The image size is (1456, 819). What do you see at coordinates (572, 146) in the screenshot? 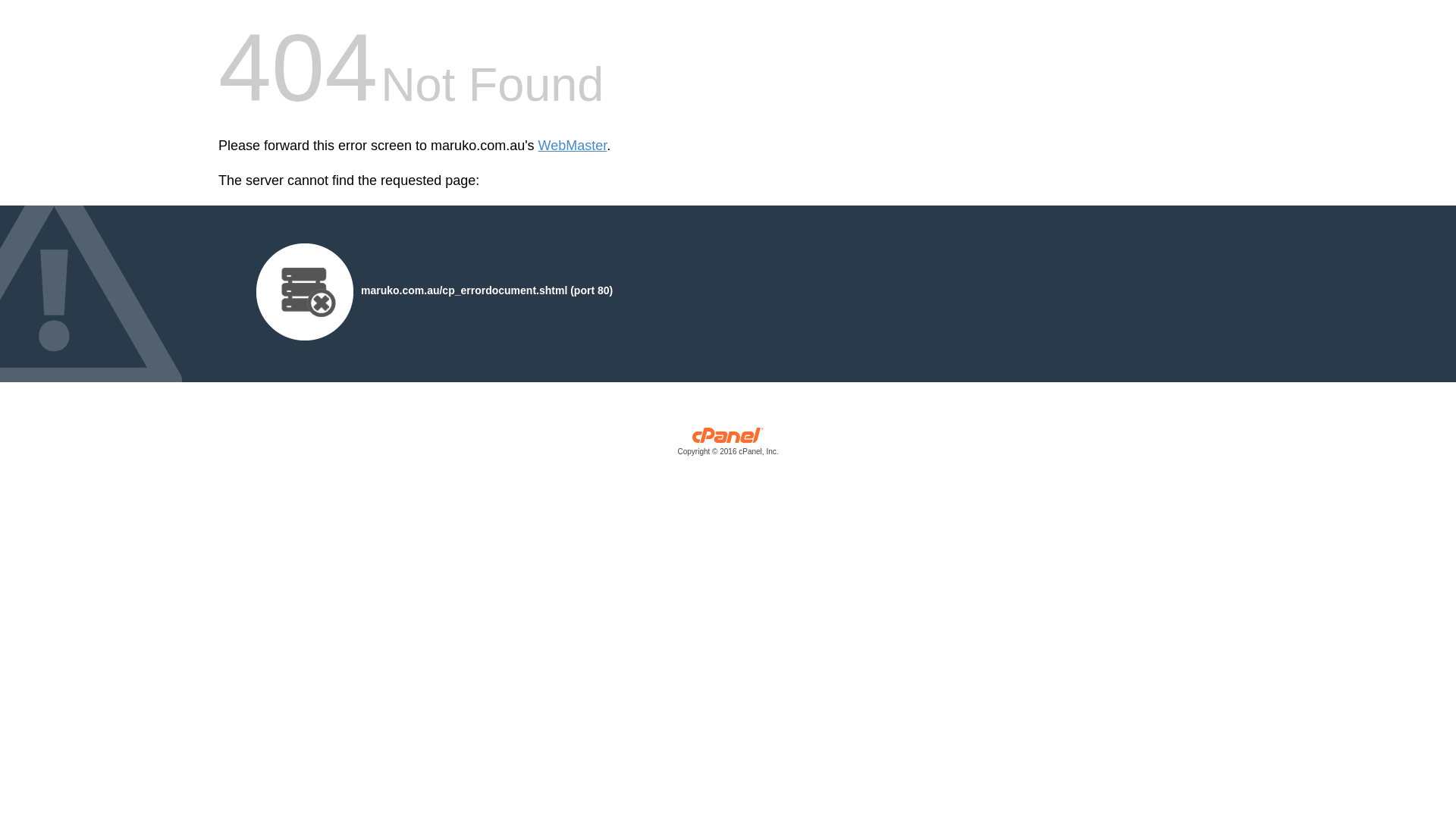
I see `'WebMaster'` at bounding box center [572, 146].